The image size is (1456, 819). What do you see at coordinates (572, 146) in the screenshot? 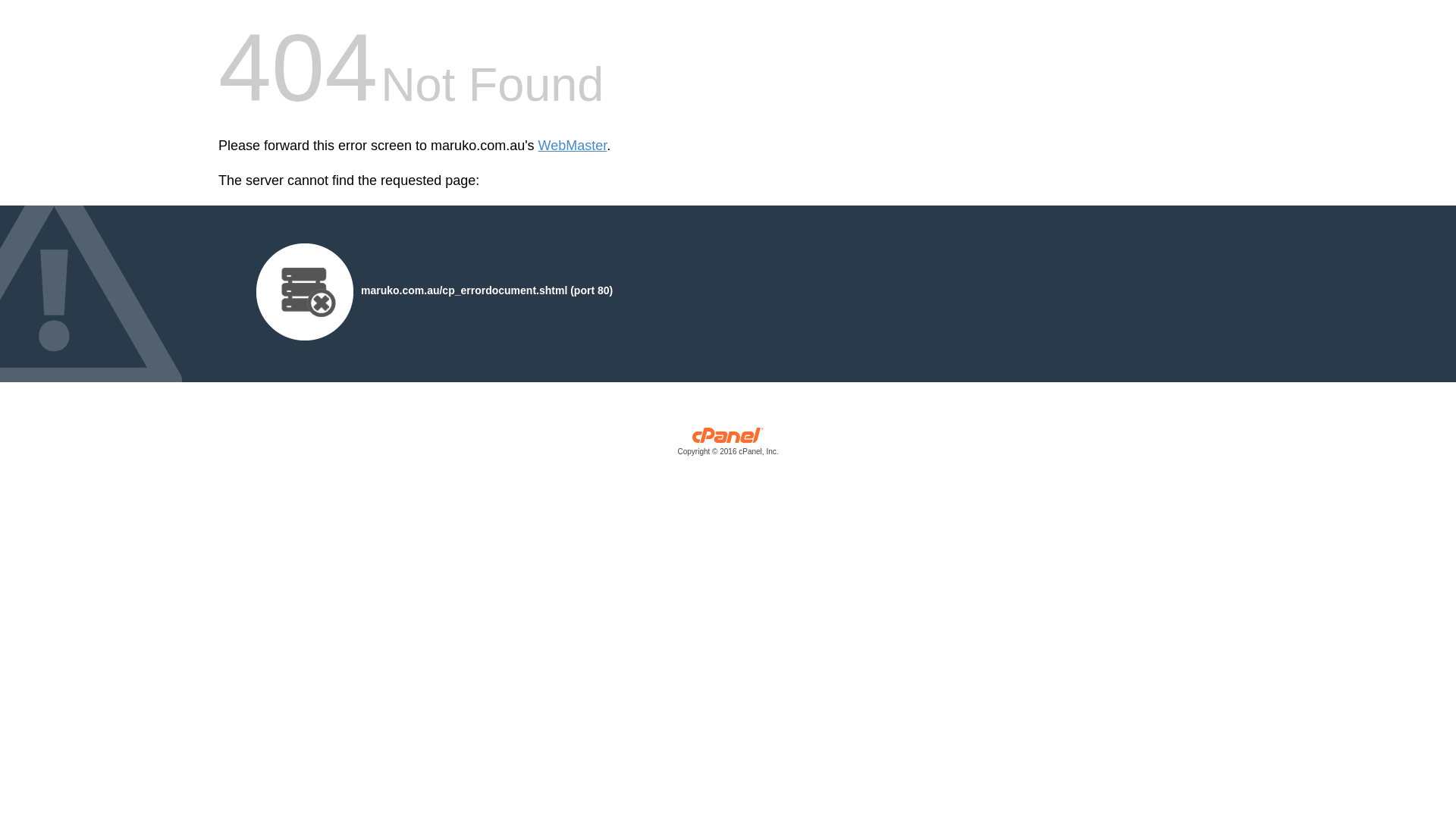
I see `'WebMaster'` at bounding box center [572, 146].